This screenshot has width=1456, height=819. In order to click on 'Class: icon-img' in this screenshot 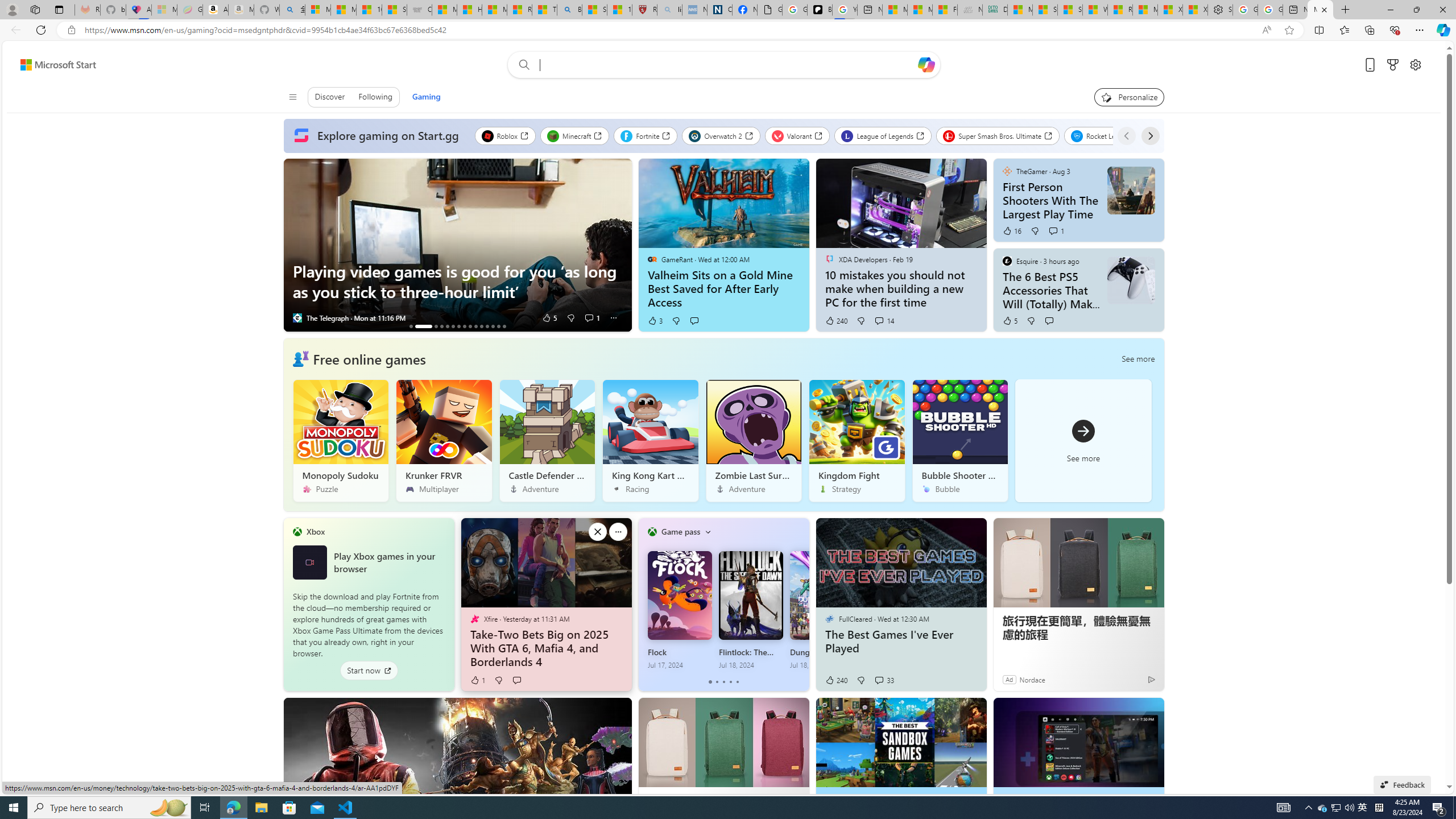, I will do `click(708, 531)`.